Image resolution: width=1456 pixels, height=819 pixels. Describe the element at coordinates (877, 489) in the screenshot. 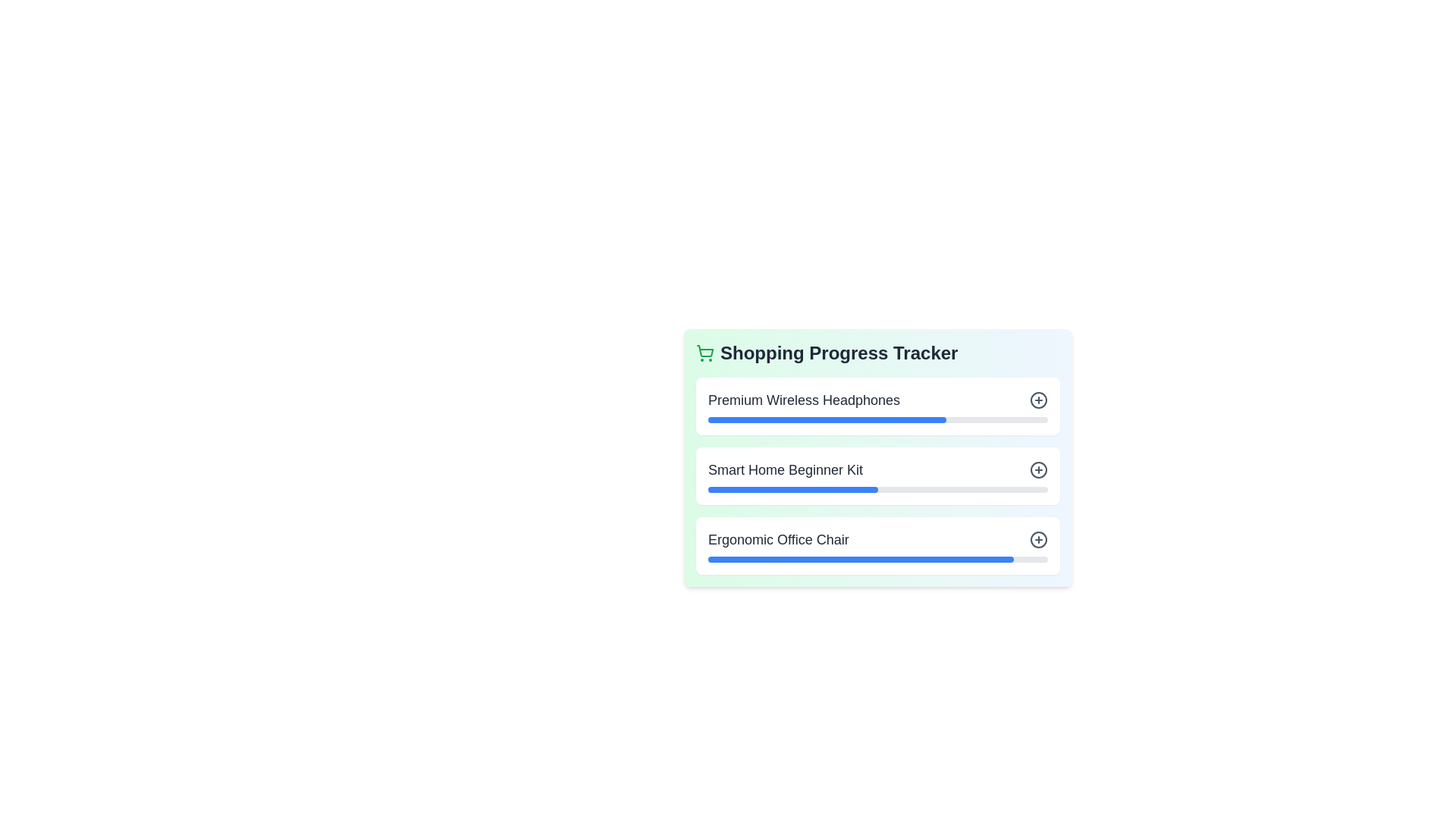

I see `the horizontal progress bar with a light gray background and blue filled section, located within the 'Smart Home Beginner Kit' card, beneath the text and to the left of an icon` at that location.